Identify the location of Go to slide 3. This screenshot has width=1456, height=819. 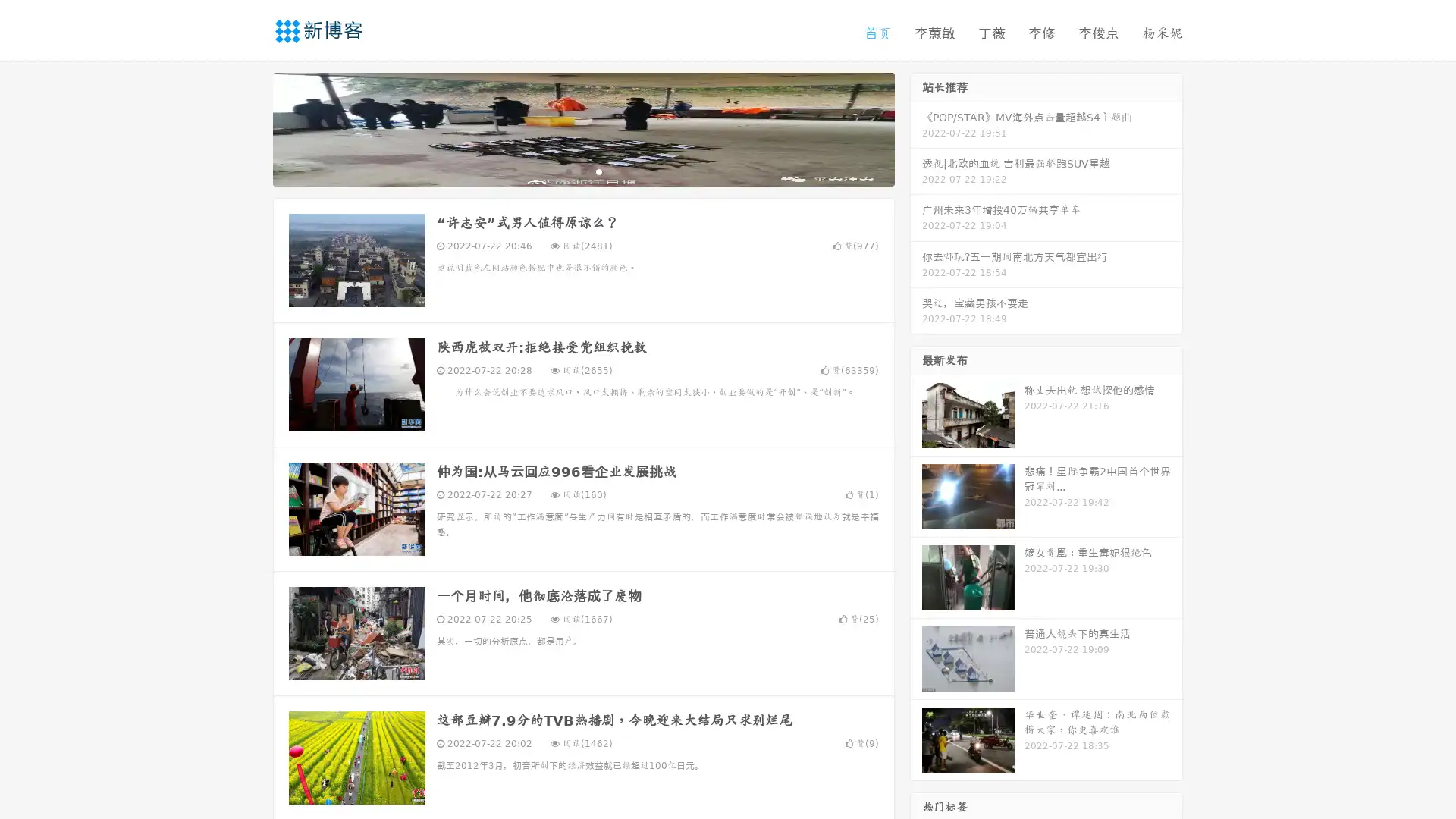
(598, 171).